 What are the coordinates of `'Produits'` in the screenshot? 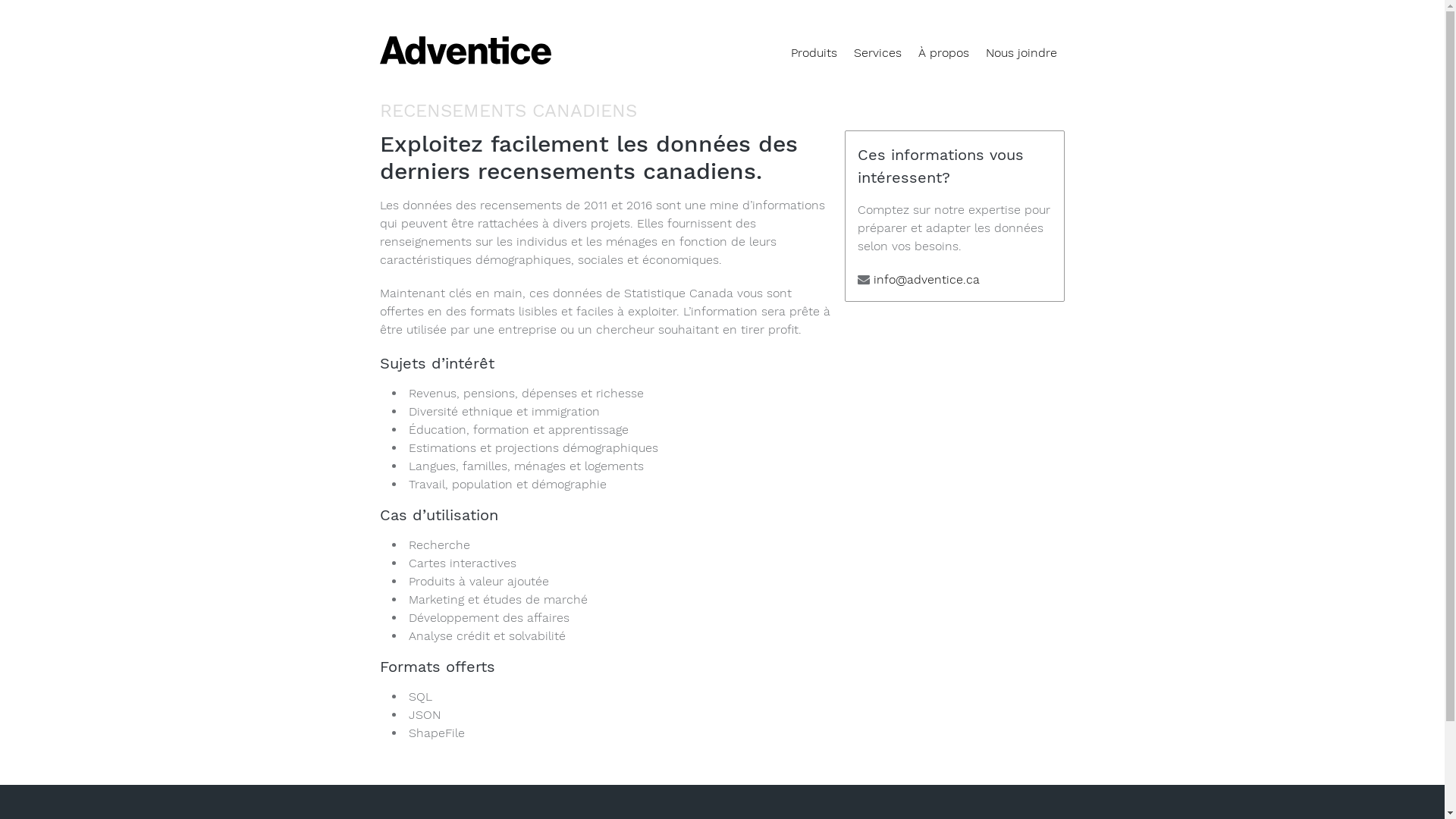 It's located at (813, 52).